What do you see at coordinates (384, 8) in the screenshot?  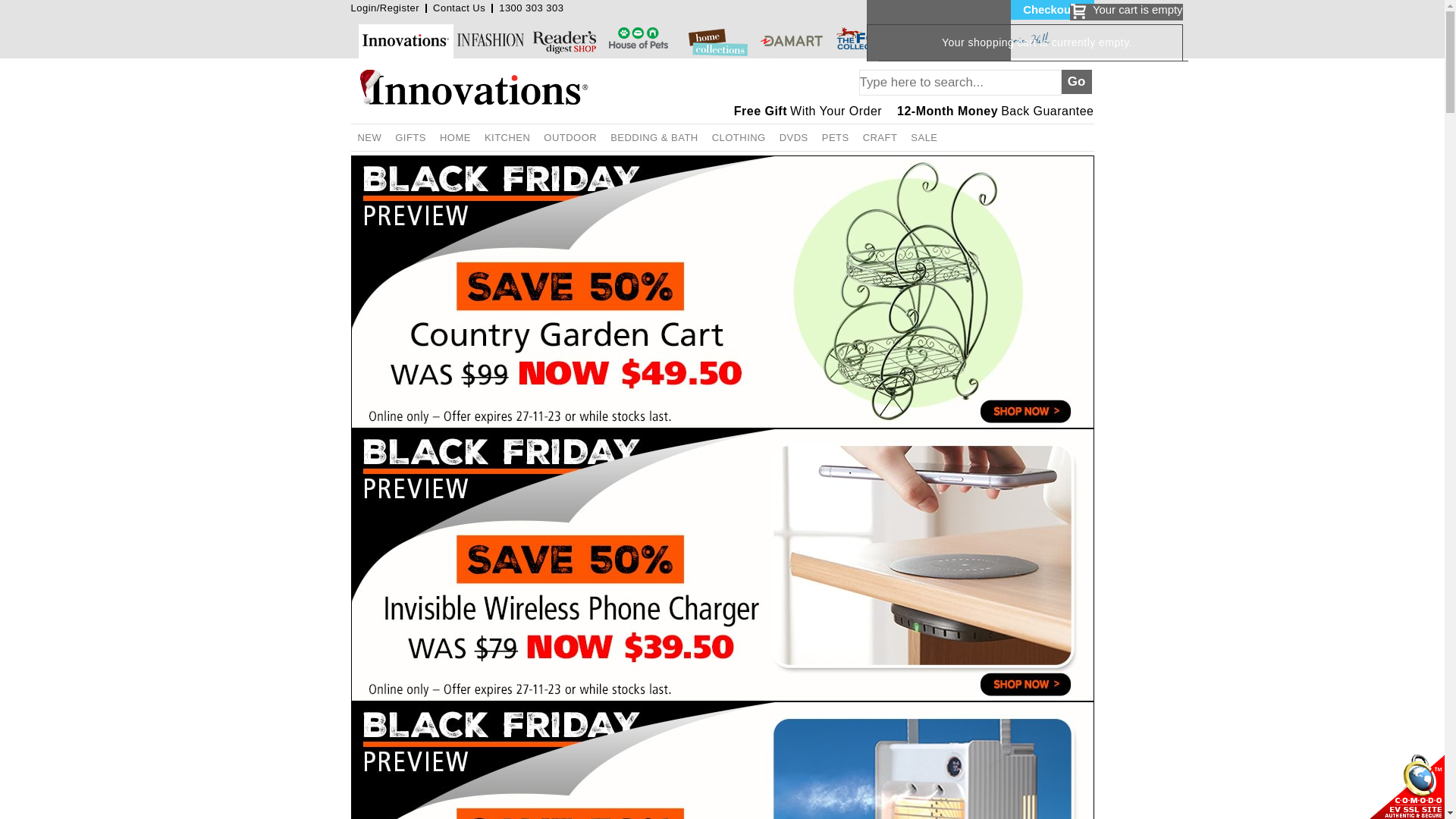 I see `'Login/Register'` at bounding box center [384, 8].